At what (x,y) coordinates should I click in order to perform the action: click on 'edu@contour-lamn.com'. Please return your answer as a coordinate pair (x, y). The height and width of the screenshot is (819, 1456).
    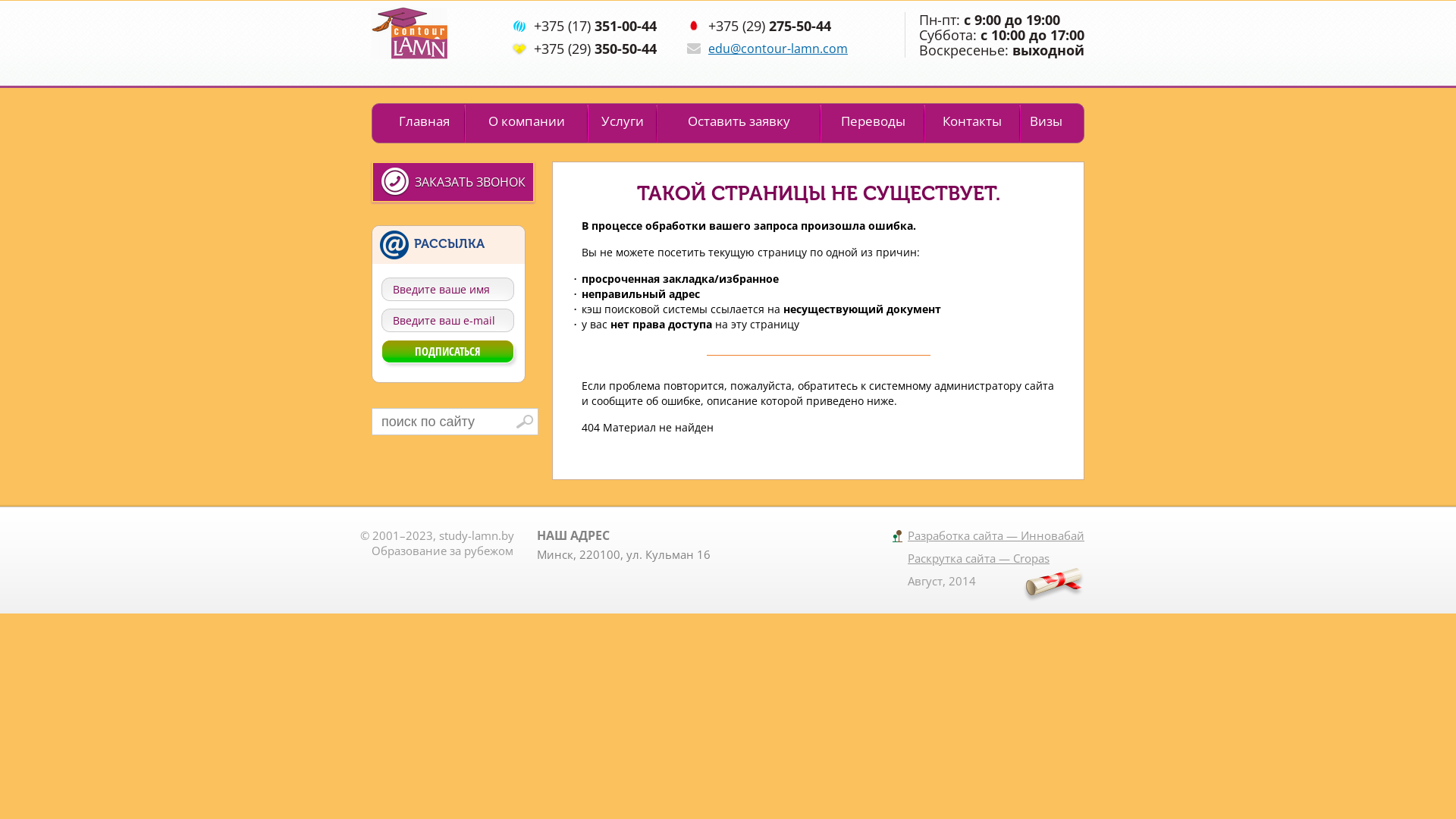
    Looking at the image, I should click on (778, 48).